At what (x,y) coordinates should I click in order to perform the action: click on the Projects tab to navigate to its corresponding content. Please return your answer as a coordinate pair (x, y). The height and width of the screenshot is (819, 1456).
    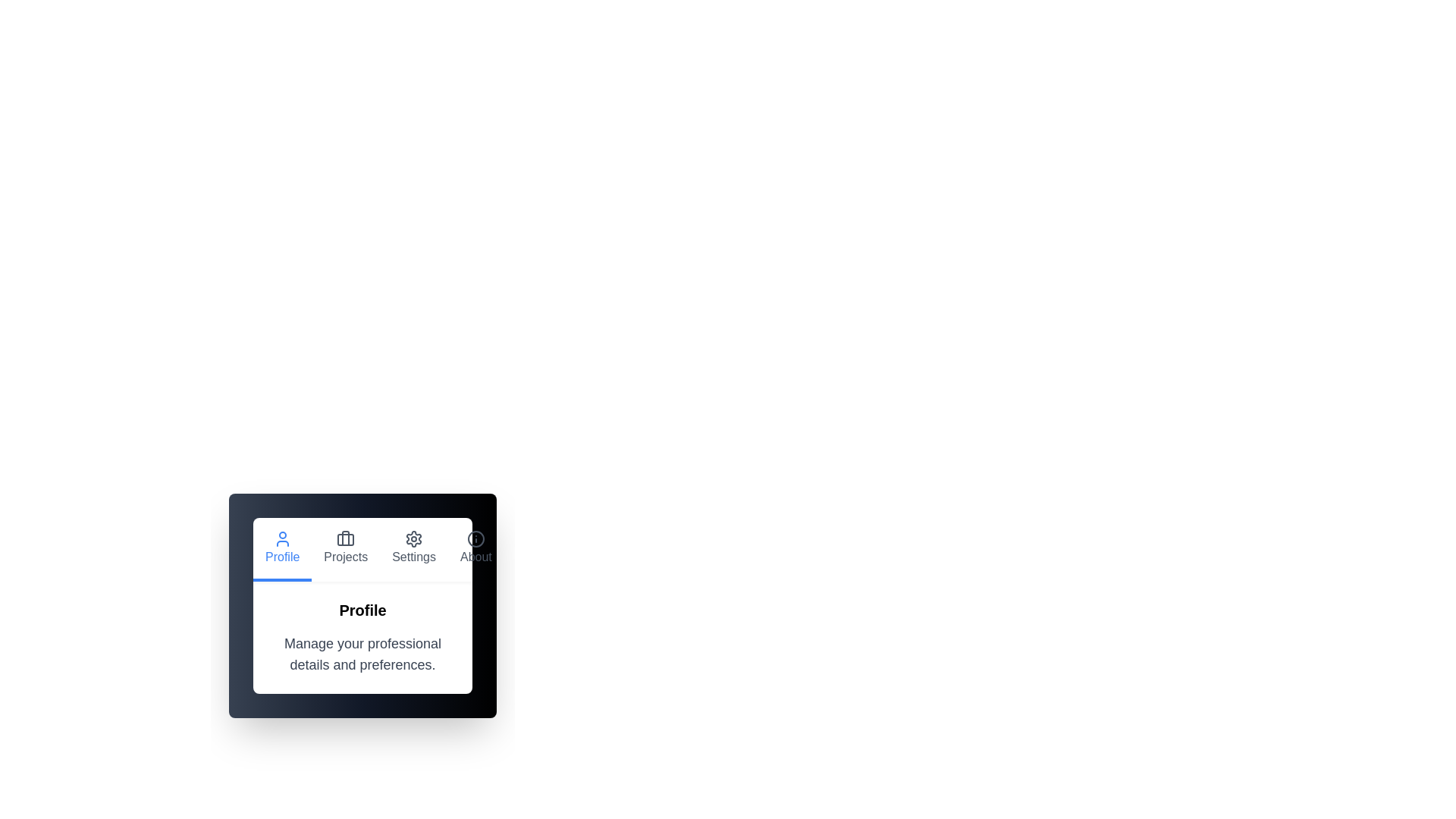
    Looking at the image, I should click on (345, 550).